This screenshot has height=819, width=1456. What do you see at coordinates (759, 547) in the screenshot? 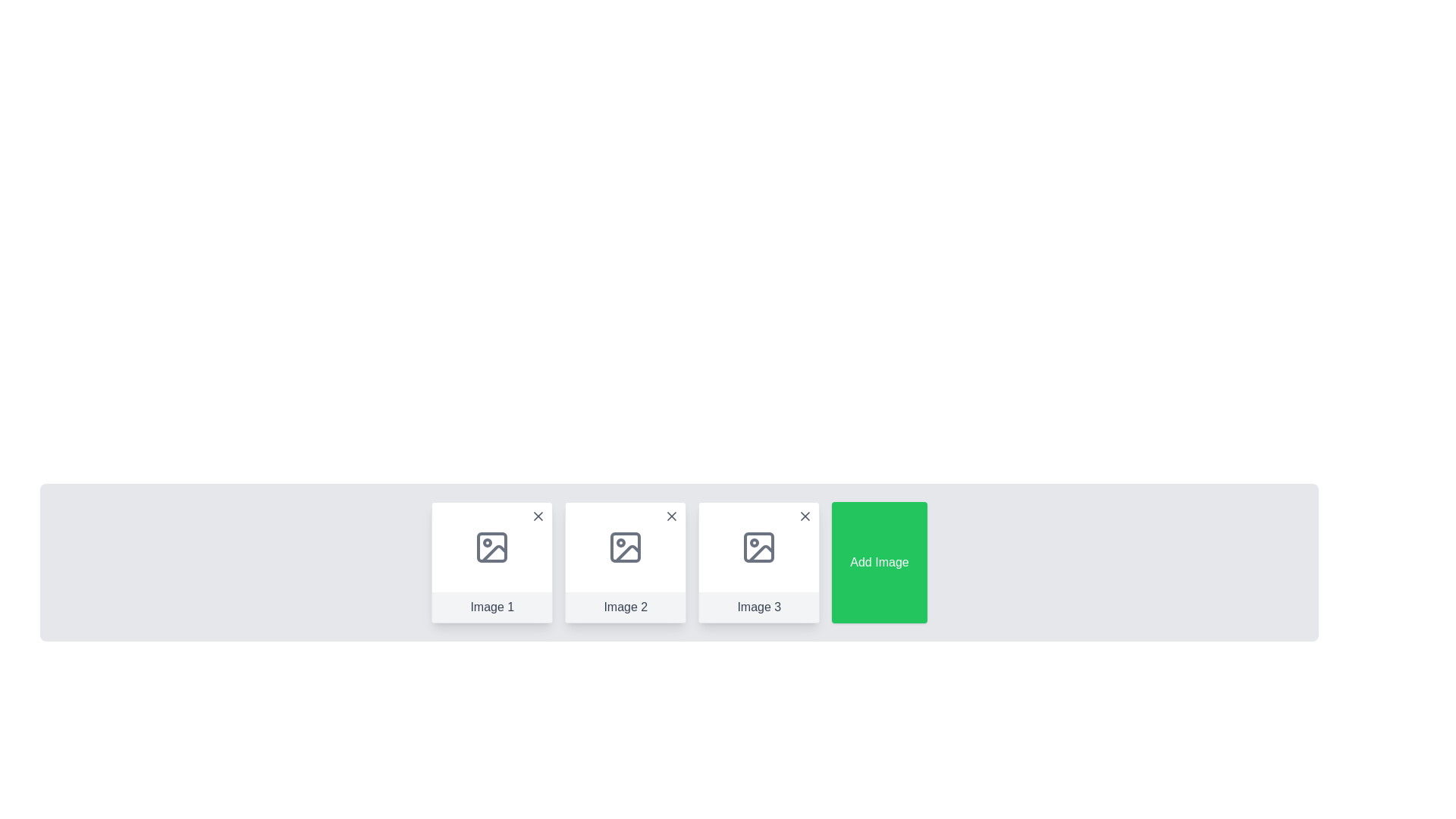
I see `the third image icon, which is styled in gray and features a mountain pattern with a sun or moon above it, located on a horizontal bar labeled 'Image 3'` at bounding box center [759, 547].